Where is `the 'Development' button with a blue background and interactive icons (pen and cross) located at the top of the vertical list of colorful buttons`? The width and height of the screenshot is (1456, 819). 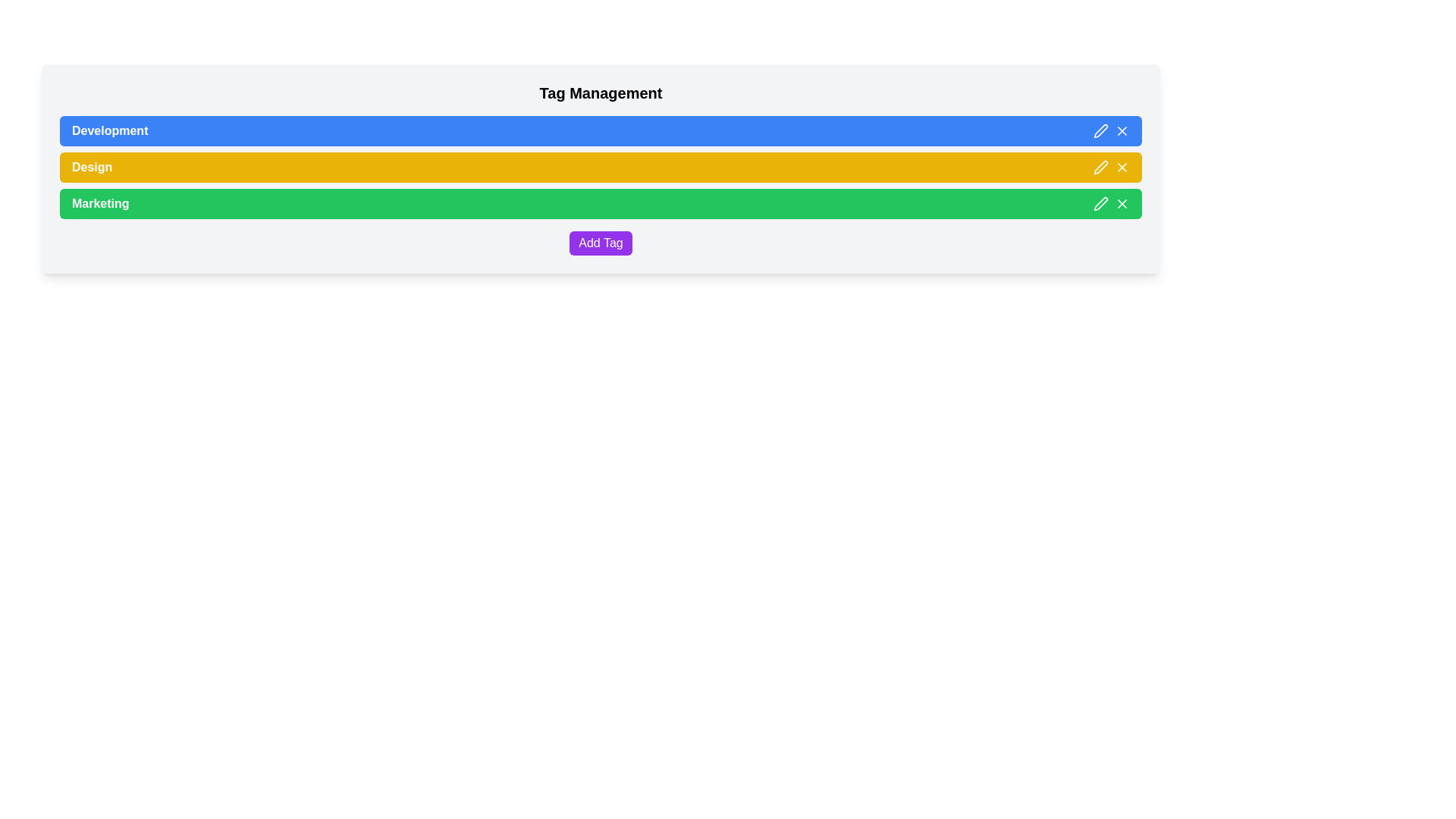
the 'Development' button with a blue background and interactive icons (pen and cross) located at the top of the vertical list of colorful buttons is located at coordinates (600, 130).